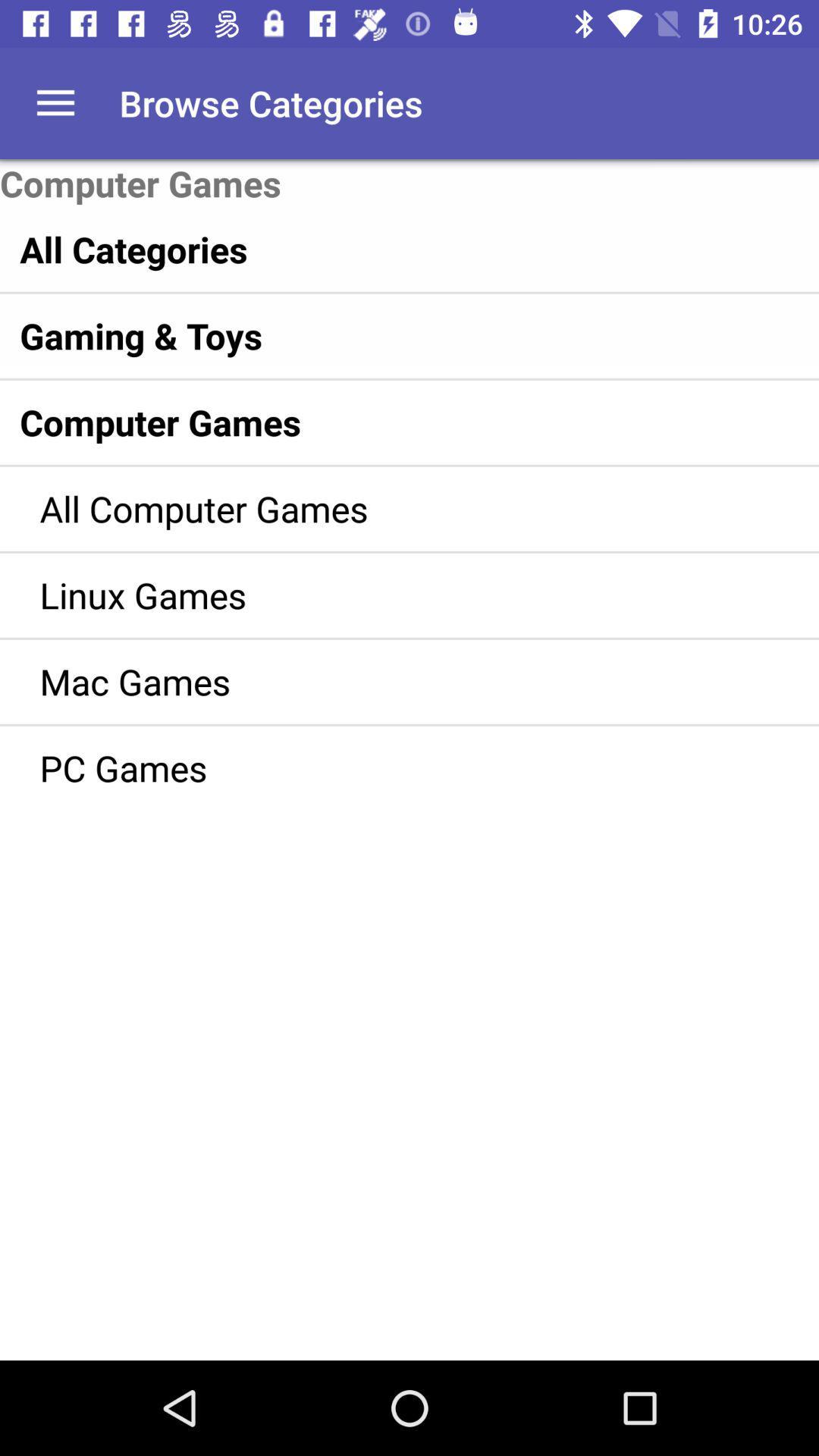 The width and height of the screenshot is (819, 1456). What do you see at coordinates (387, 767) in the screenshot?
I see `pc games item` at bounding box center [387, 767].